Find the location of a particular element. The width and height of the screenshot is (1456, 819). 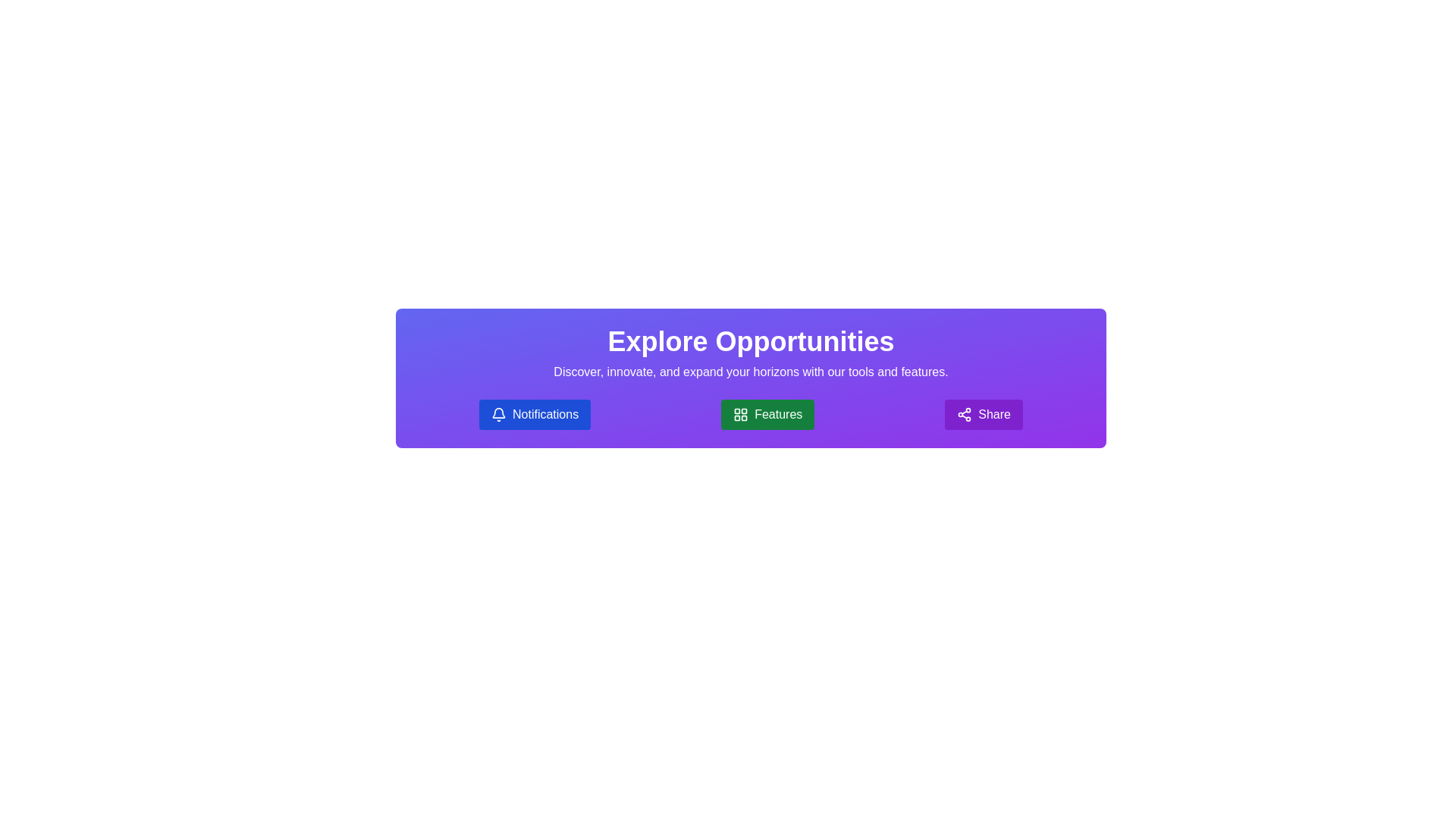

the leftmost button labeled 'Notifications' is located at coordinates (535, 415).